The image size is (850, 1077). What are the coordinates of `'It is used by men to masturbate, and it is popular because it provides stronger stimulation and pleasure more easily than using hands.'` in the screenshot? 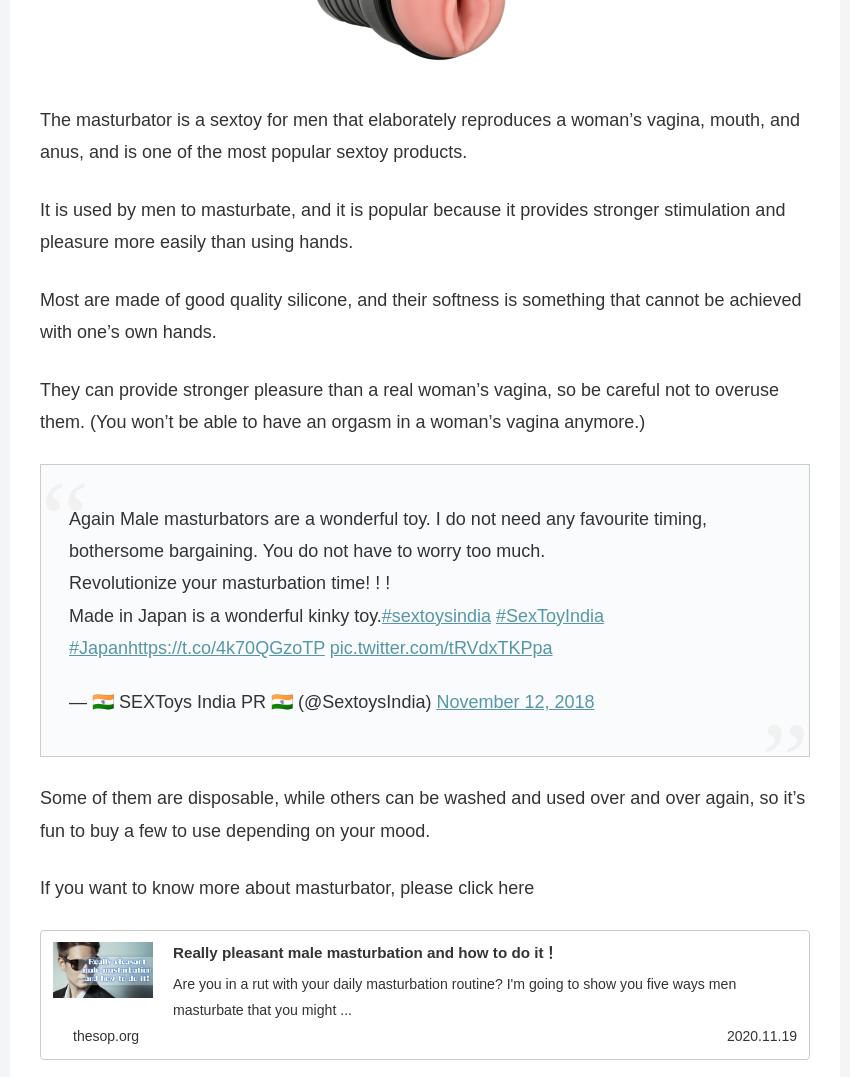 It's located at (412, 226).